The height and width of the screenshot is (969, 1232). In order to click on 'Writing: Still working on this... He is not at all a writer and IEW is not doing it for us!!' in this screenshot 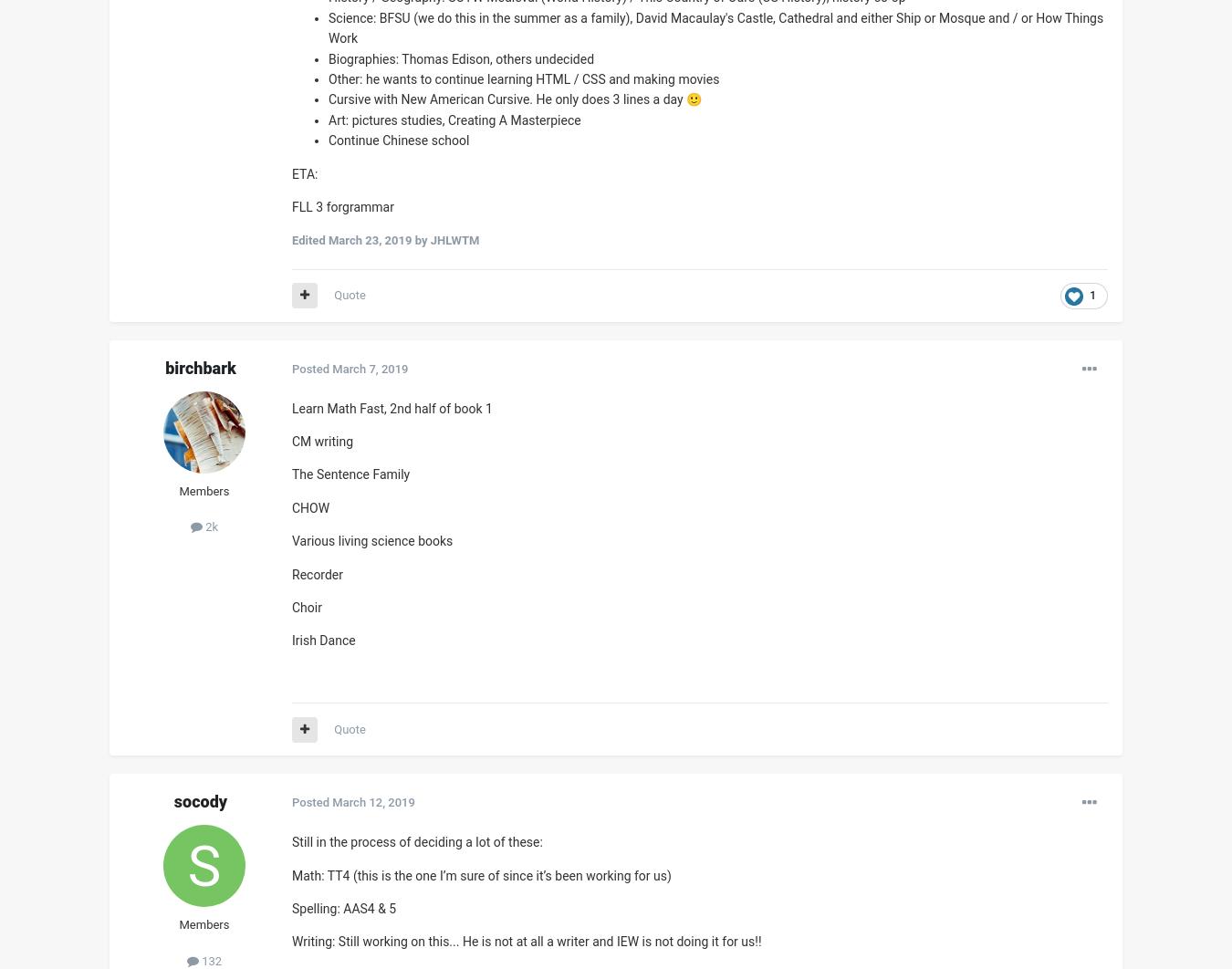, I will do `click(526, 941)`.